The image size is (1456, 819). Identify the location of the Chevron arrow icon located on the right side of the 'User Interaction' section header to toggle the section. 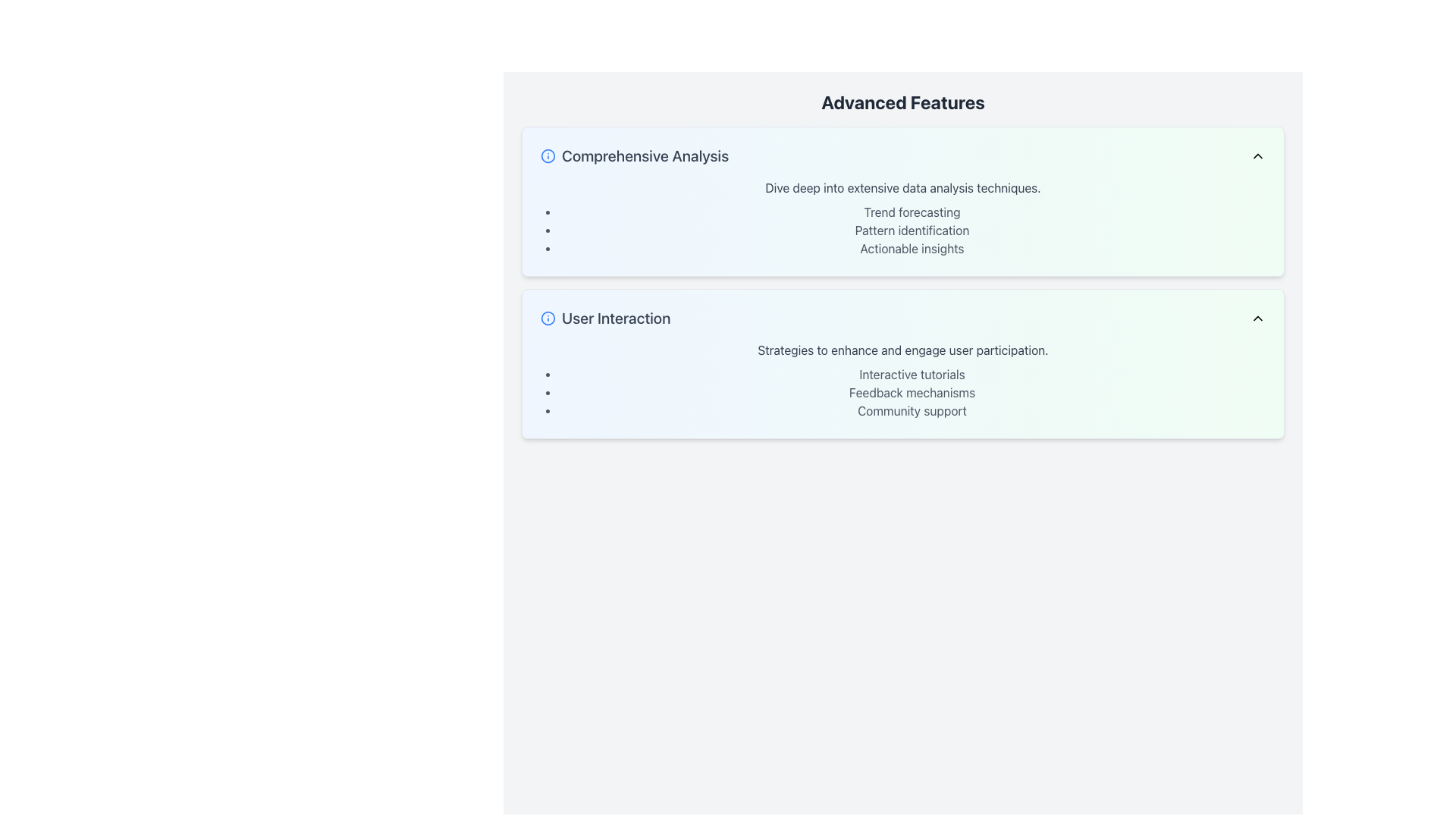
(1258, 318).